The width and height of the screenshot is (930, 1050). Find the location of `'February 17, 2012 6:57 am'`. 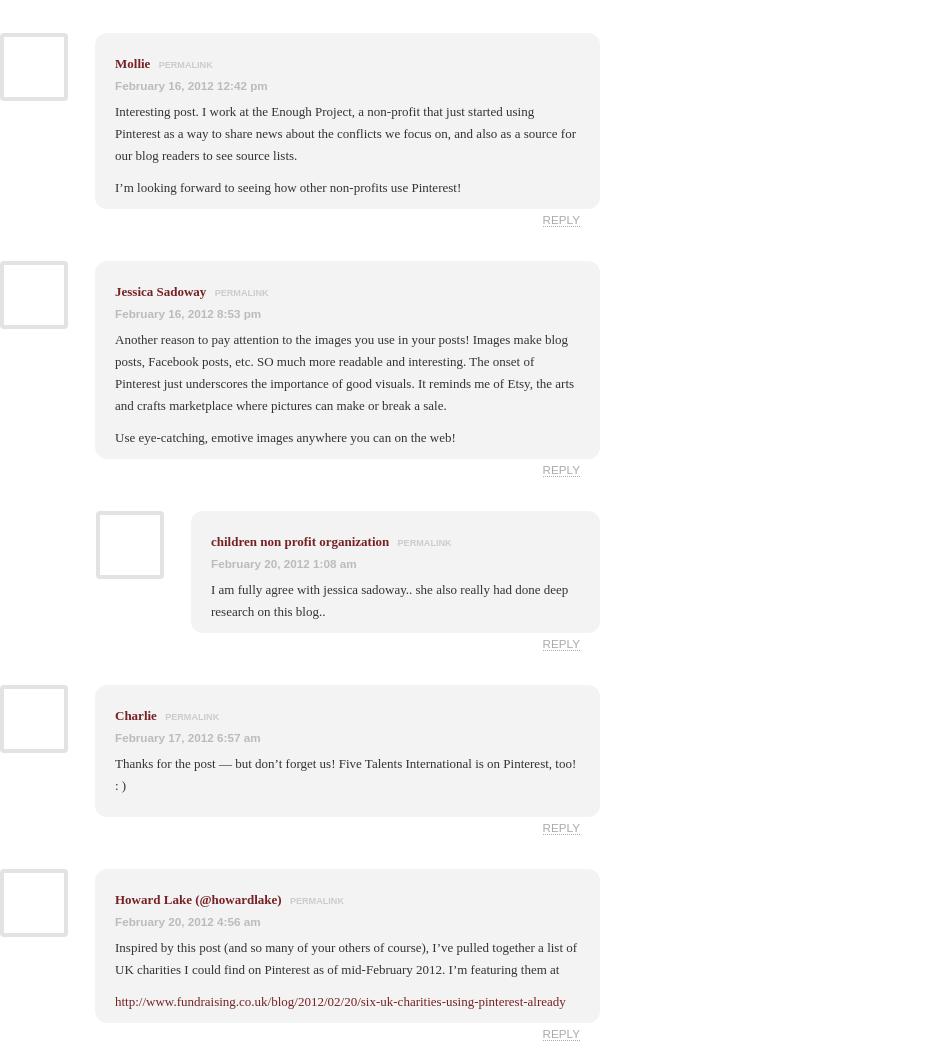

'February 17, 2012 6:57 am' is located at coordinates (186, 735).